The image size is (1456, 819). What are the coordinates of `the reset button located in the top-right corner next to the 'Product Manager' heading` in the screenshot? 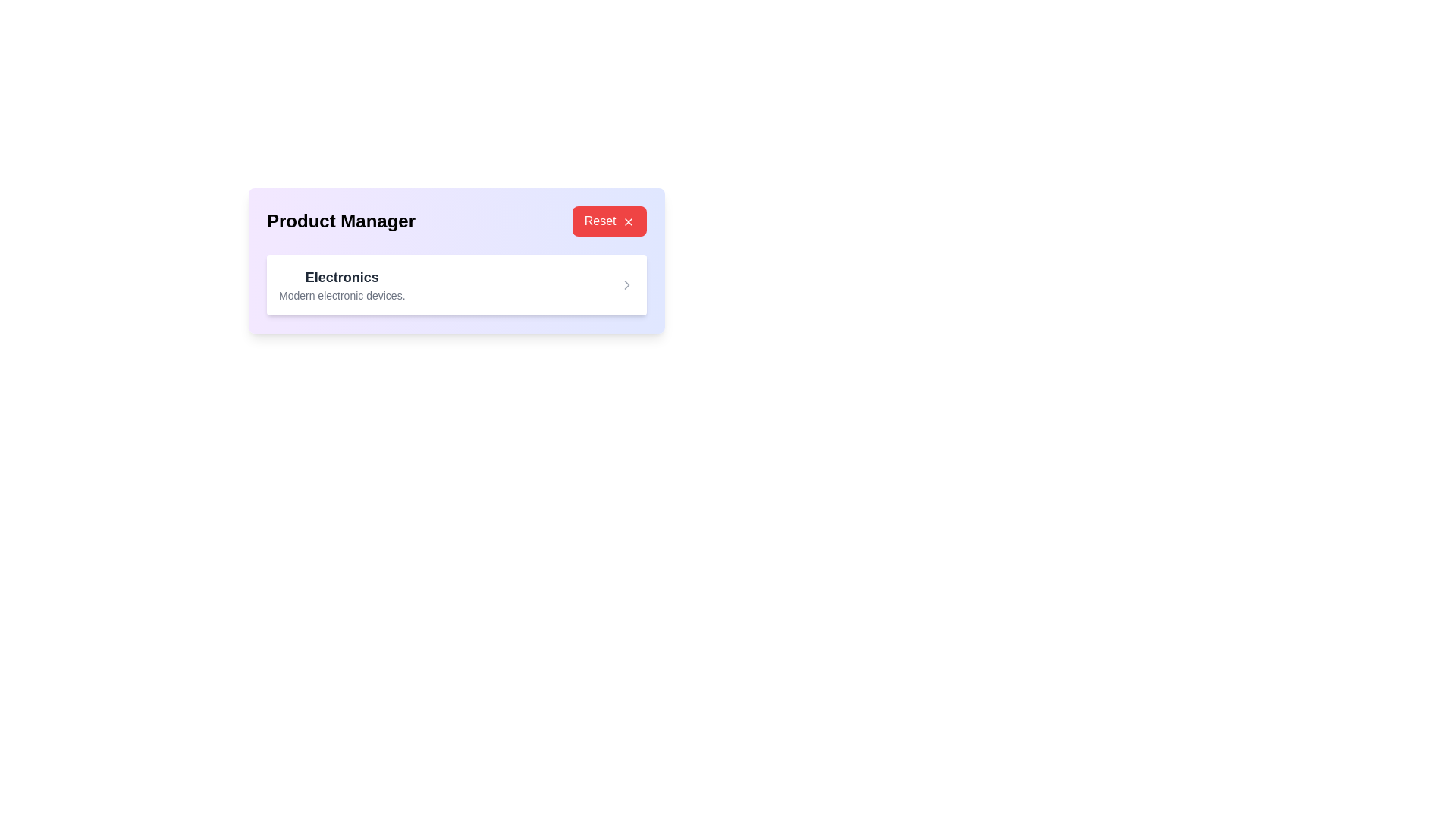 It's located at (609, 221).